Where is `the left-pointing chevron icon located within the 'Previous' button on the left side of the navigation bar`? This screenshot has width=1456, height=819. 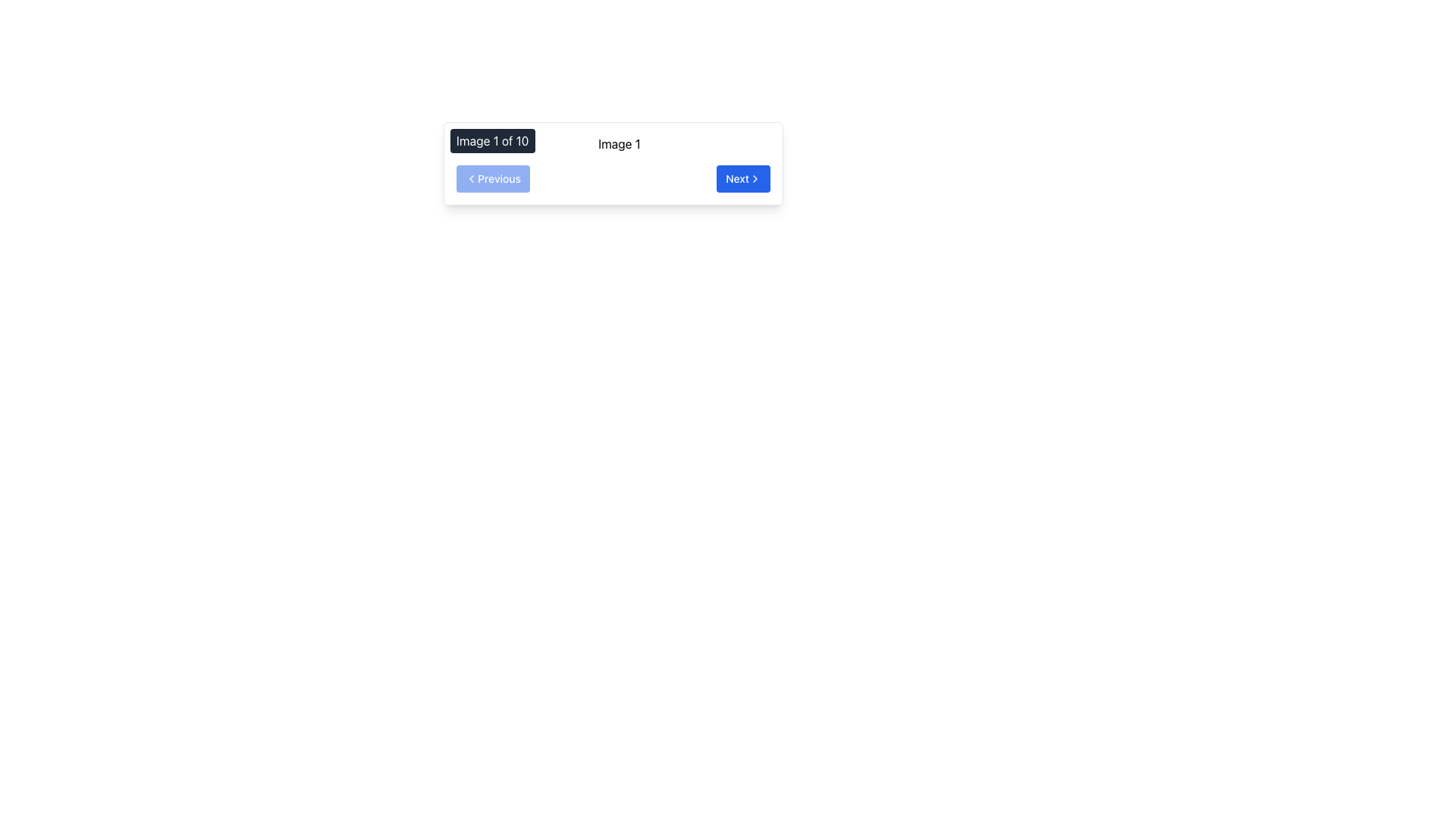 the left-pointing chevron icon located within the 'Previous' button on the left side of the navigation bar is located at coordinates (471, 177).